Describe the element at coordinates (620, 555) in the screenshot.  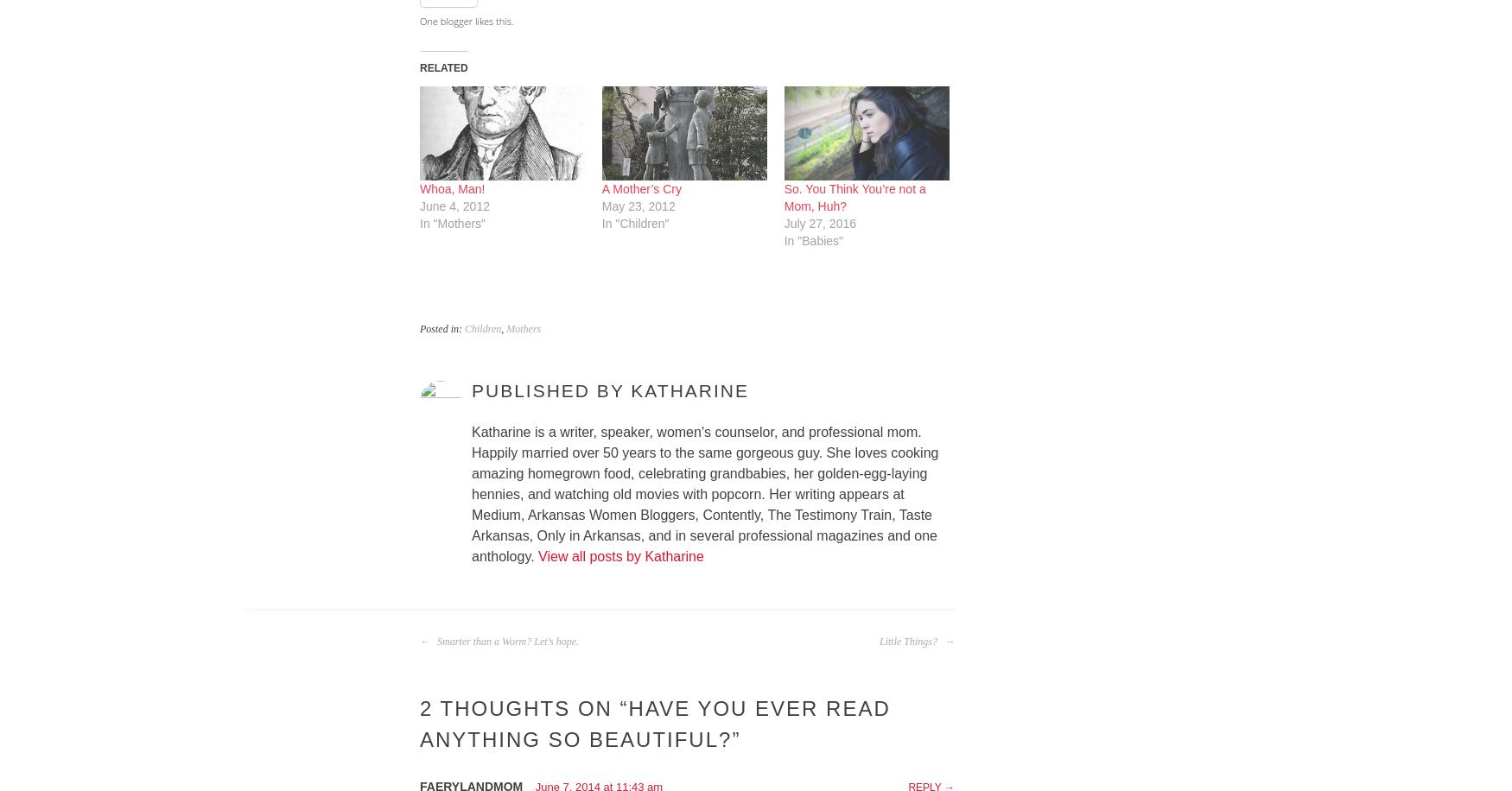
I see `'View all posts by Katharine'` at that location.